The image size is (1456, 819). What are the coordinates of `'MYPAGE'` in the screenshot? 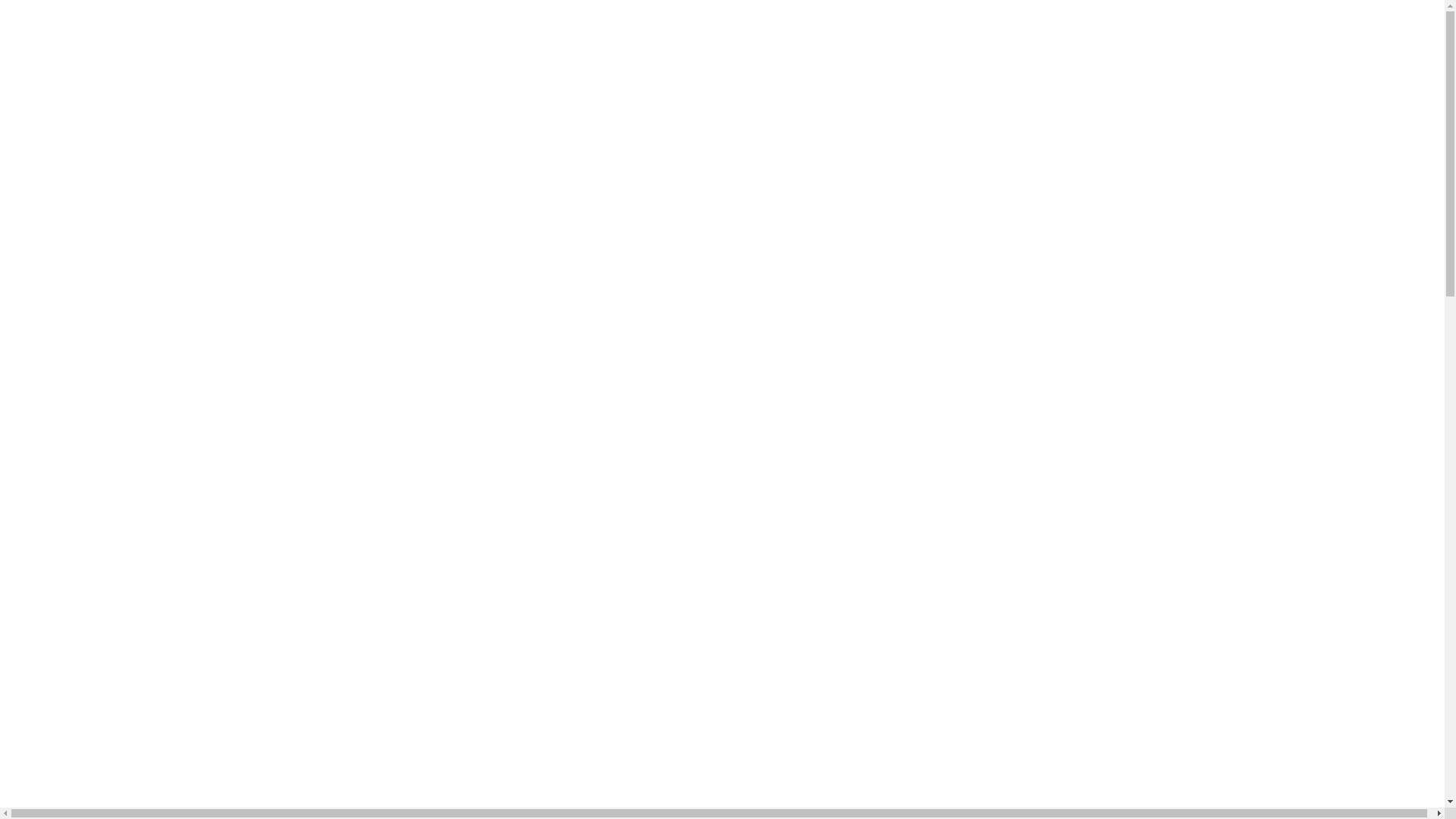 It's located at (36, 119).